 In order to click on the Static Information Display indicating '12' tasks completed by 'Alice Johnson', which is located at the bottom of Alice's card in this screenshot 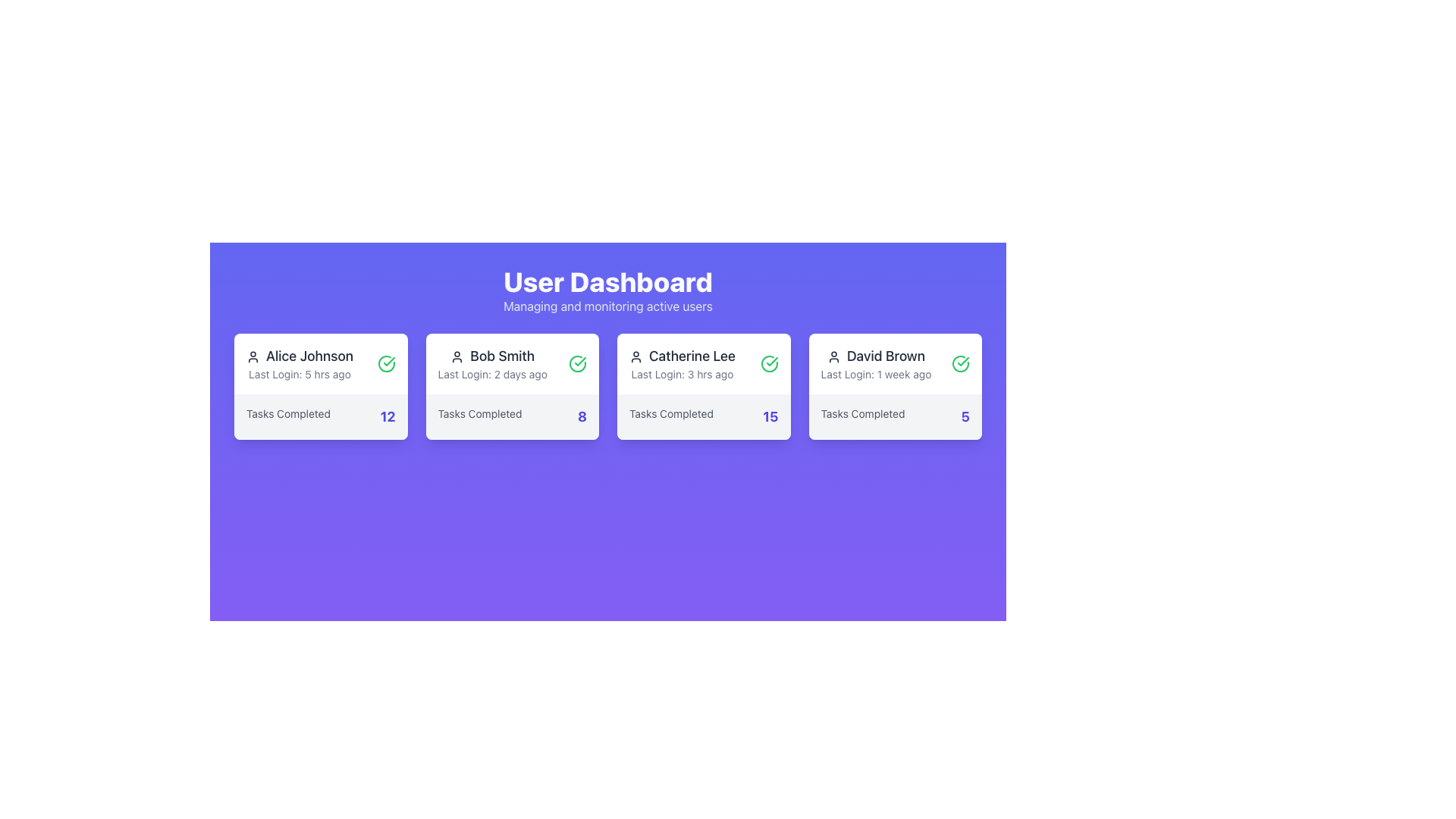, I will do `click(320, 417)`.